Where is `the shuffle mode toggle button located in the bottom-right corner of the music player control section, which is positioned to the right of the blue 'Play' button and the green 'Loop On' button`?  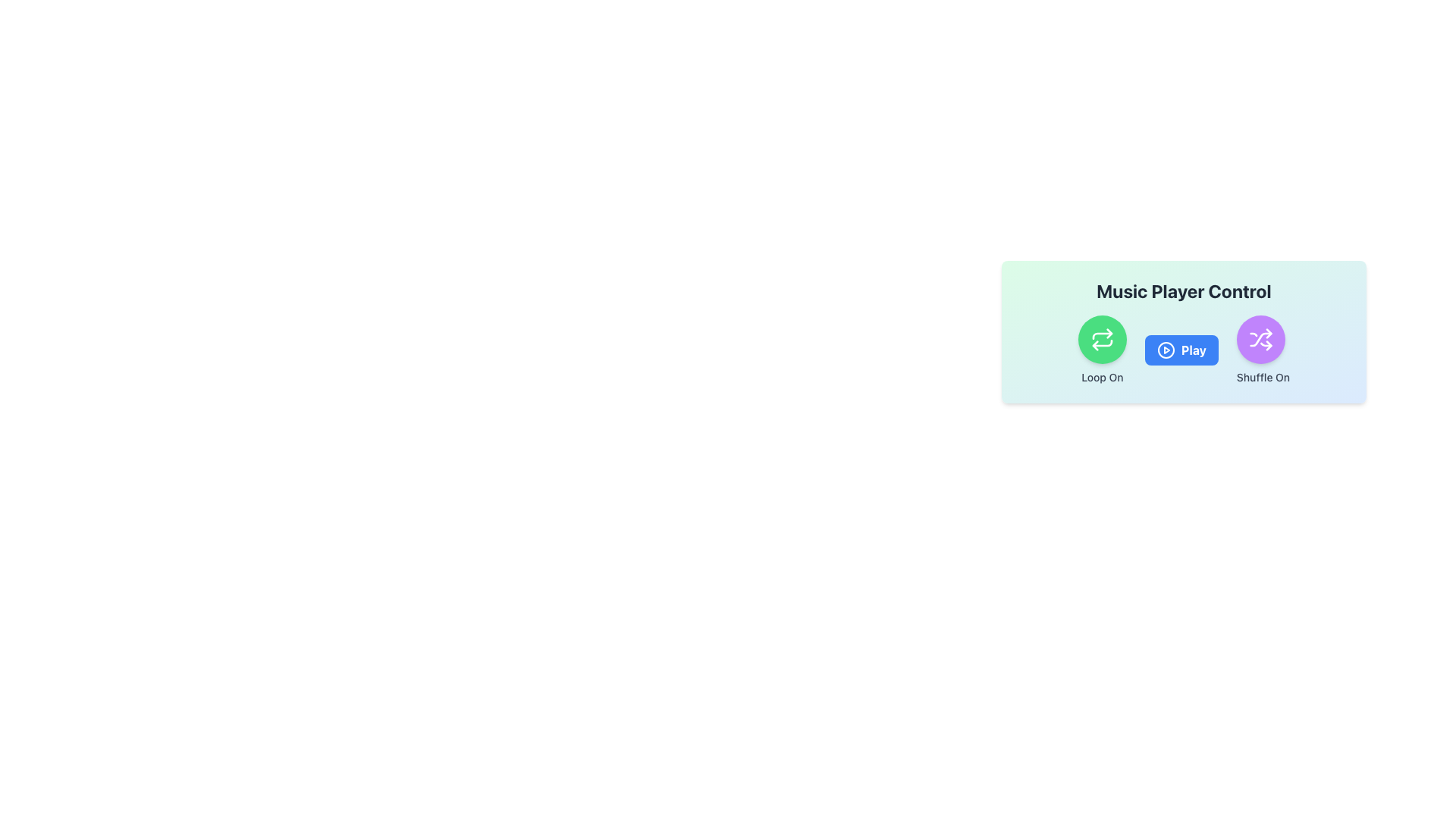 the shuffle mode toggle button located in the bottom-right corner of the music player control section, which is positioned to the right of the blue 'Play' button and the green 'Loop On' button is located at coordinates (1263, 350).